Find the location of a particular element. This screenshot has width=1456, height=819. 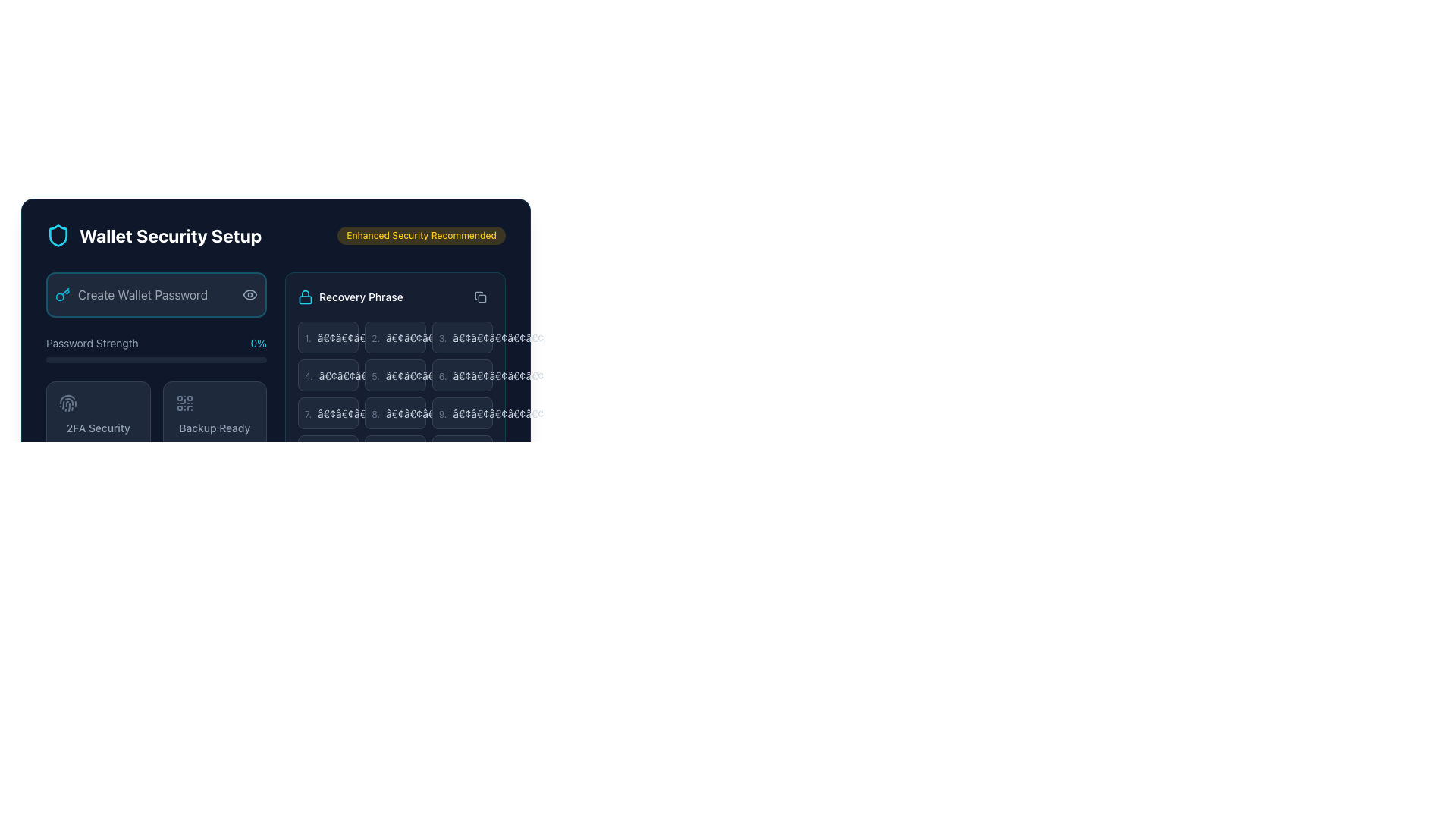

the label 'Wallet Security Setup' which consists of a cyan shield icon and bold white text for additional information is located at coordinates (154, 236).